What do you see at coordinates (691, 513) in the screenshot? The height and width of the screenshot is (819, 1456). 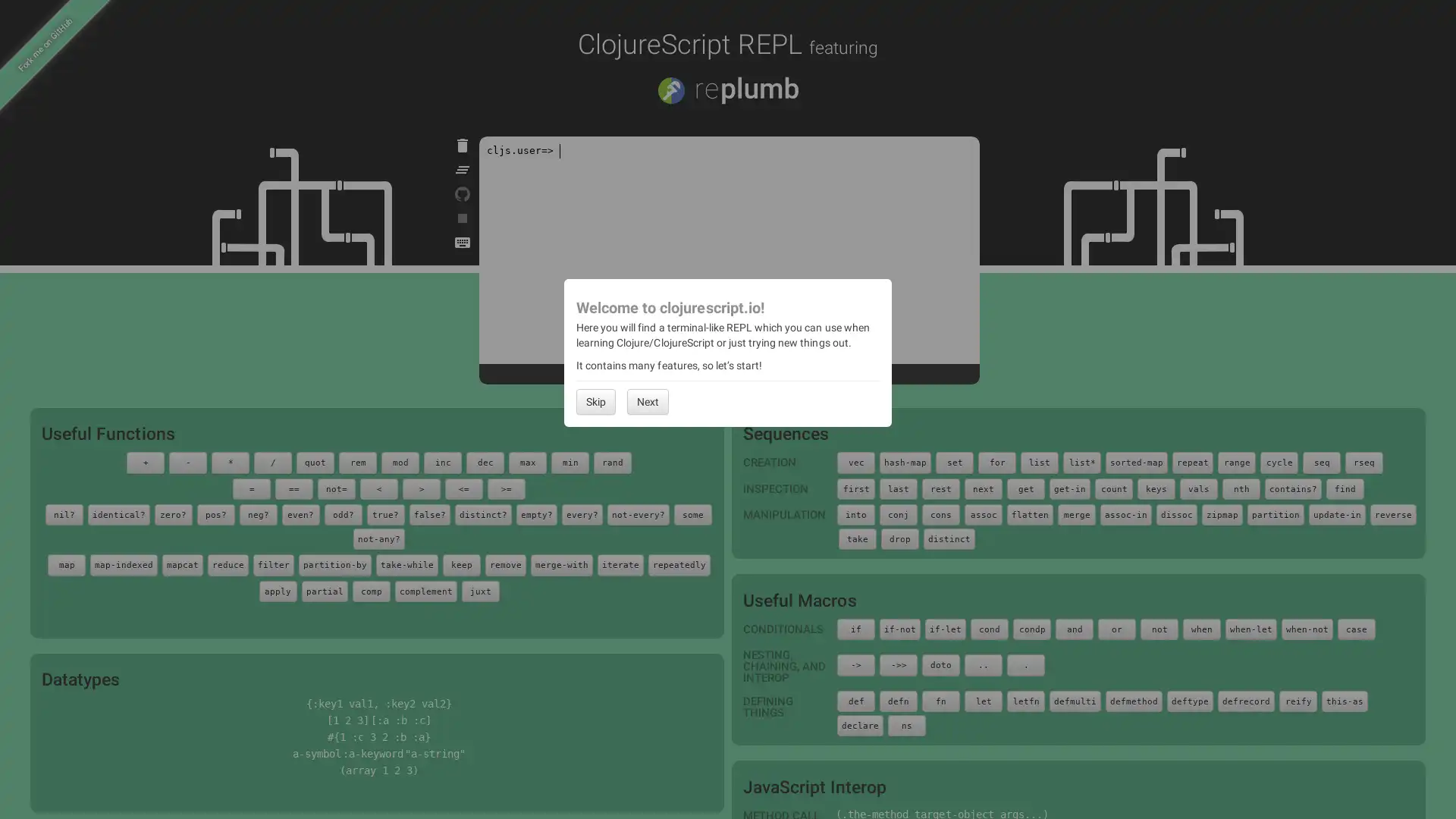 I see `some` at bounding box center [691, 513].